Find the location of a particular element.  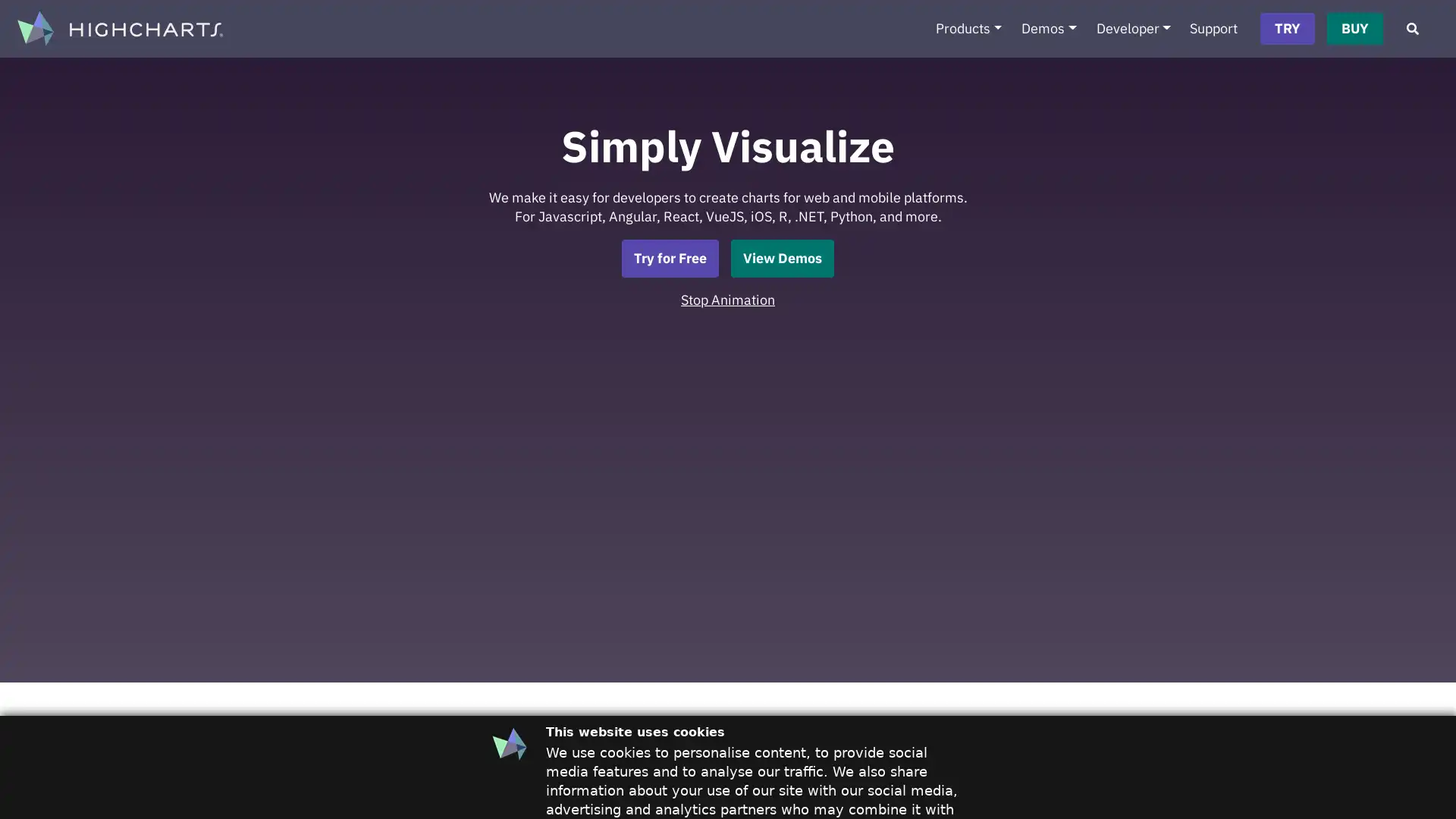

Products is located at coordinates (967, 29).